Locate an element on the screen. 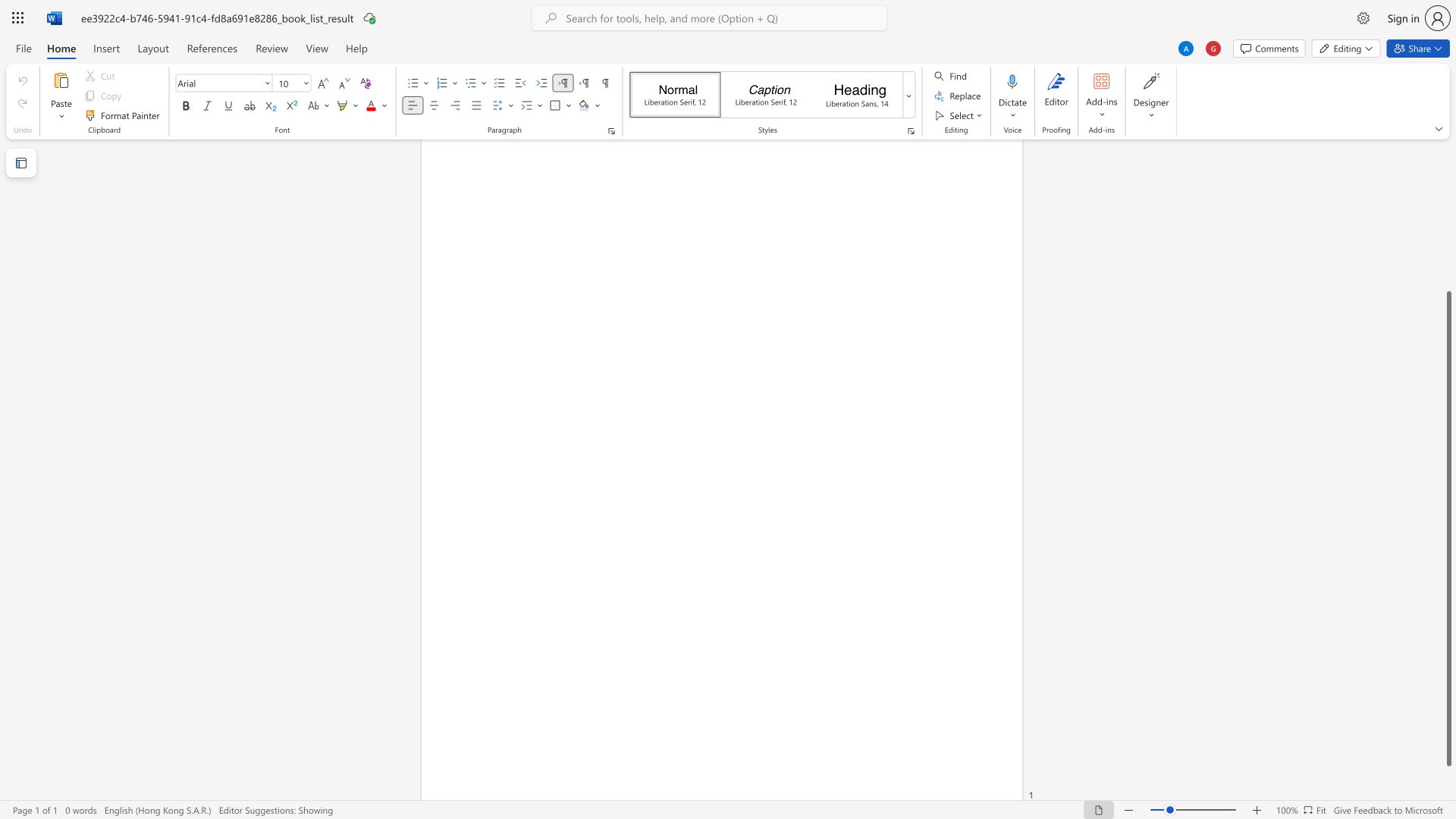 This screenshot has width=1456, height=819. the scrollbar on the side is located at coordinates (1448, 249).